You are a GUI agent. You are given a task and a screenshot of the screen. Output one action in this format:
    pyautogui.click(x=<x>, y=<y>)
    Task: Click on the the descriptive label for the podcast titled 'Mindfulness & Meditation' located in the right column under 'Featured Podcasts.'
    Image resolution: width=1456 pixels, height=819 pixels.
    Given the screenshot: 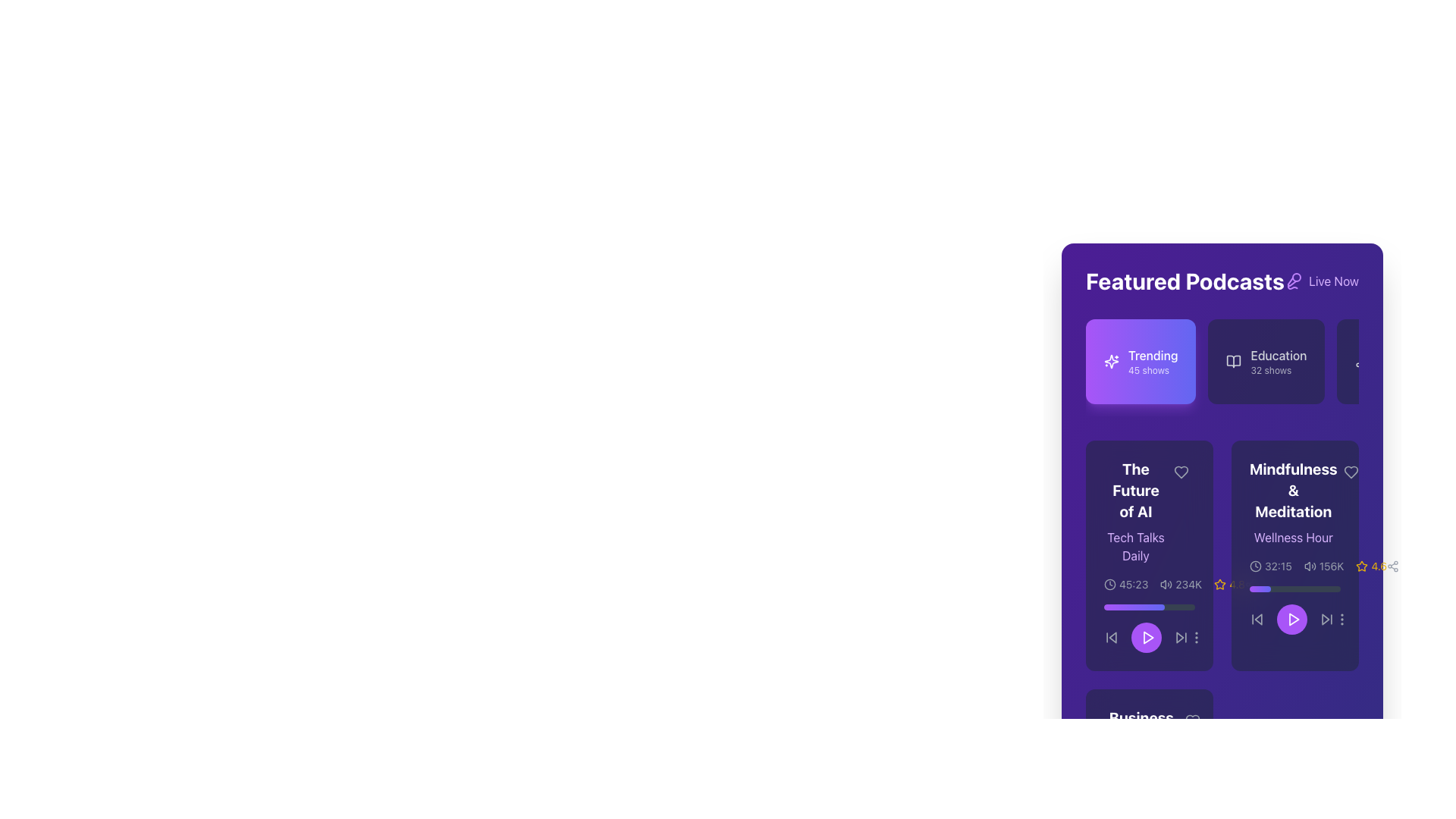 What is the action you would take?
    pyautogui.click(x=1292, y=503)
    